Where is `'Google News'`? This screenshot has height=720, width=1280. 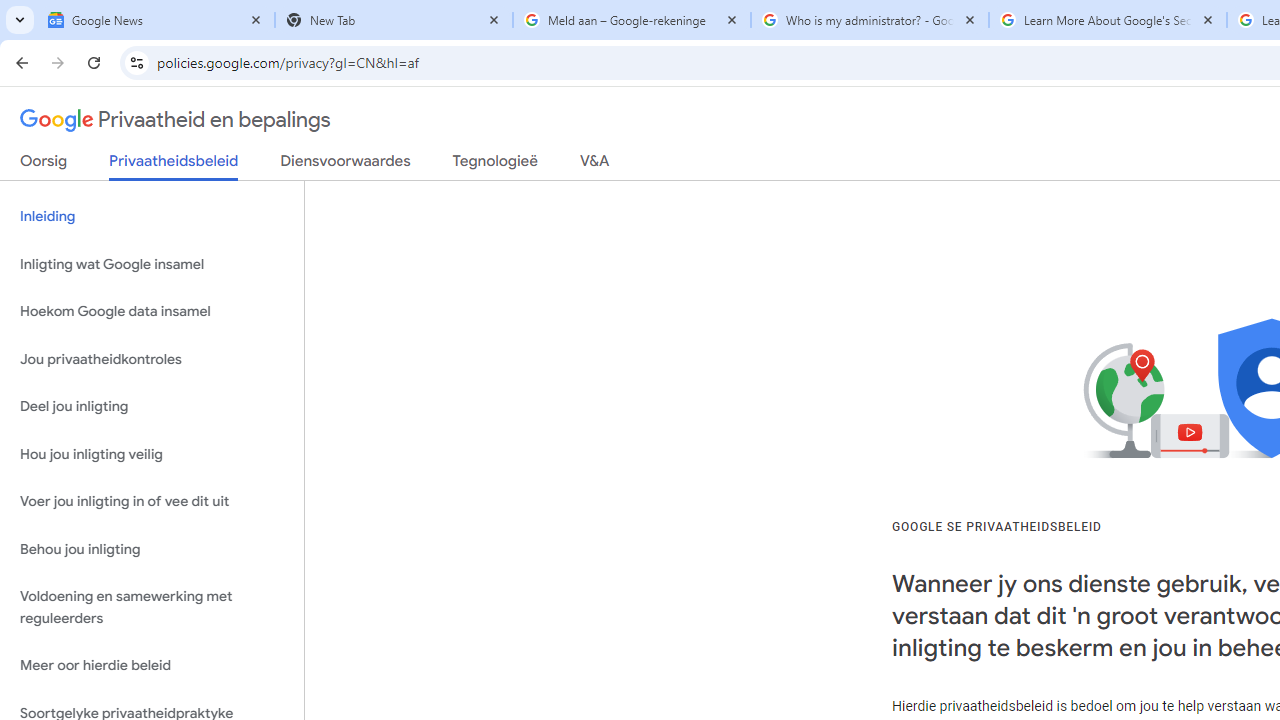 'Google News' is located at coordinates (155, 20).